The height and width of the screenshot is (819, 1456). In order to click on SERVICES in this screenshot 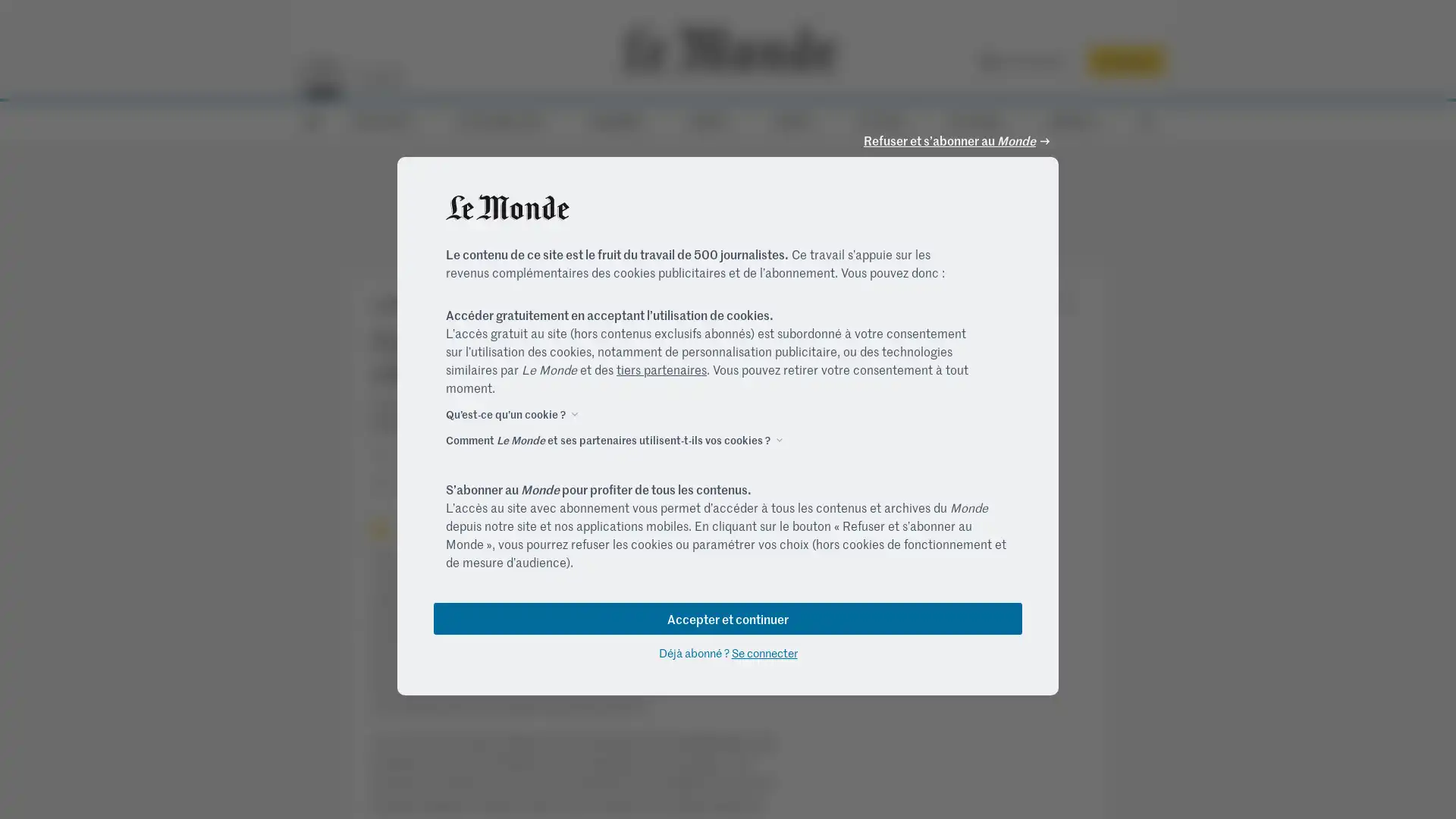, I will do `click(1078, 120)`.